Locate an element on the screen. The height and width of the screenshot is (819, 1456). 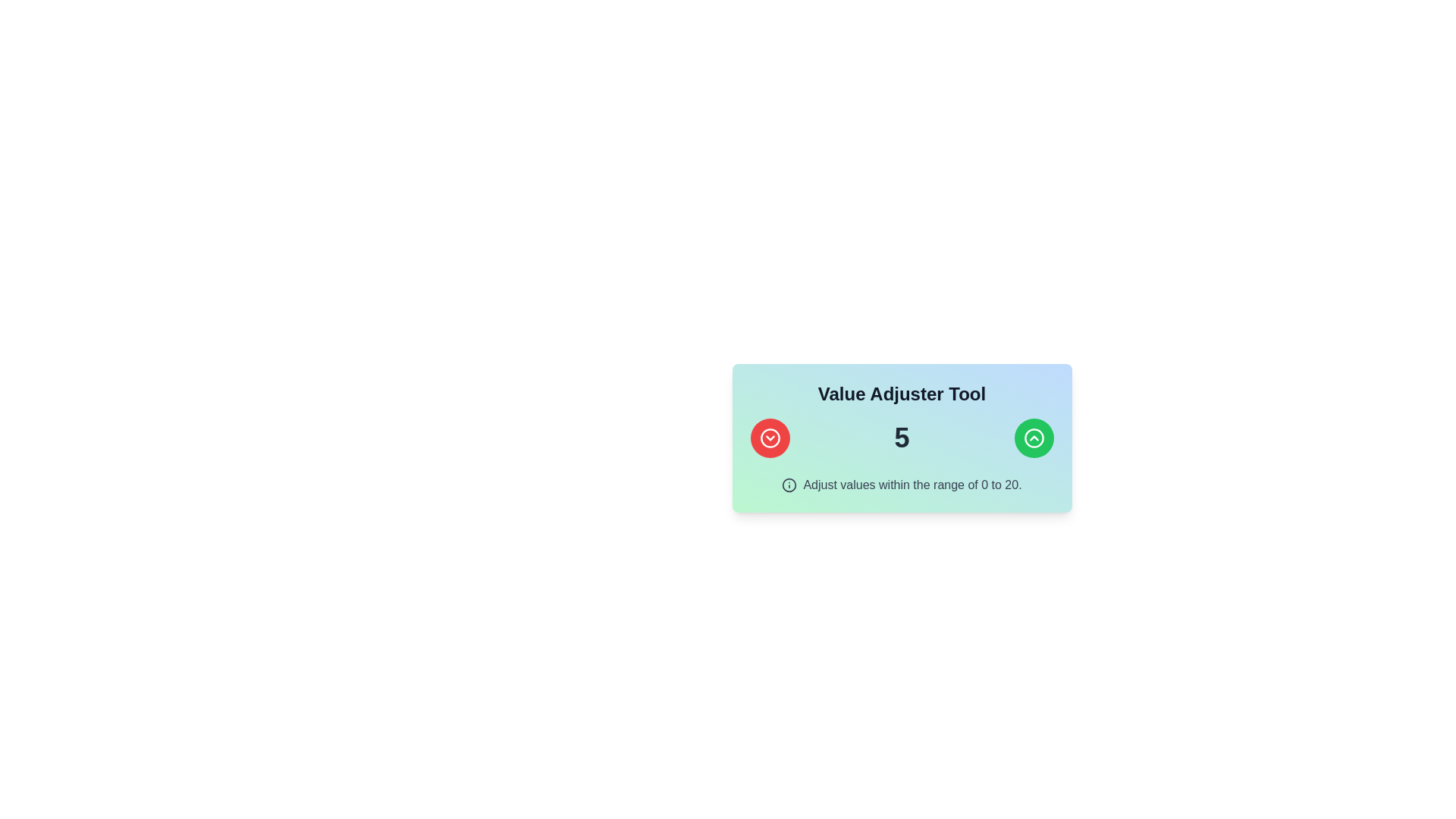
title 'Value Adjuster Tool' and the description 'Adjust values within the range of 0 to 20.' of the Composite interactive component (adjuster tool with buttons) that has a gradient background and rounded corners is located at coordinates (902, 438).